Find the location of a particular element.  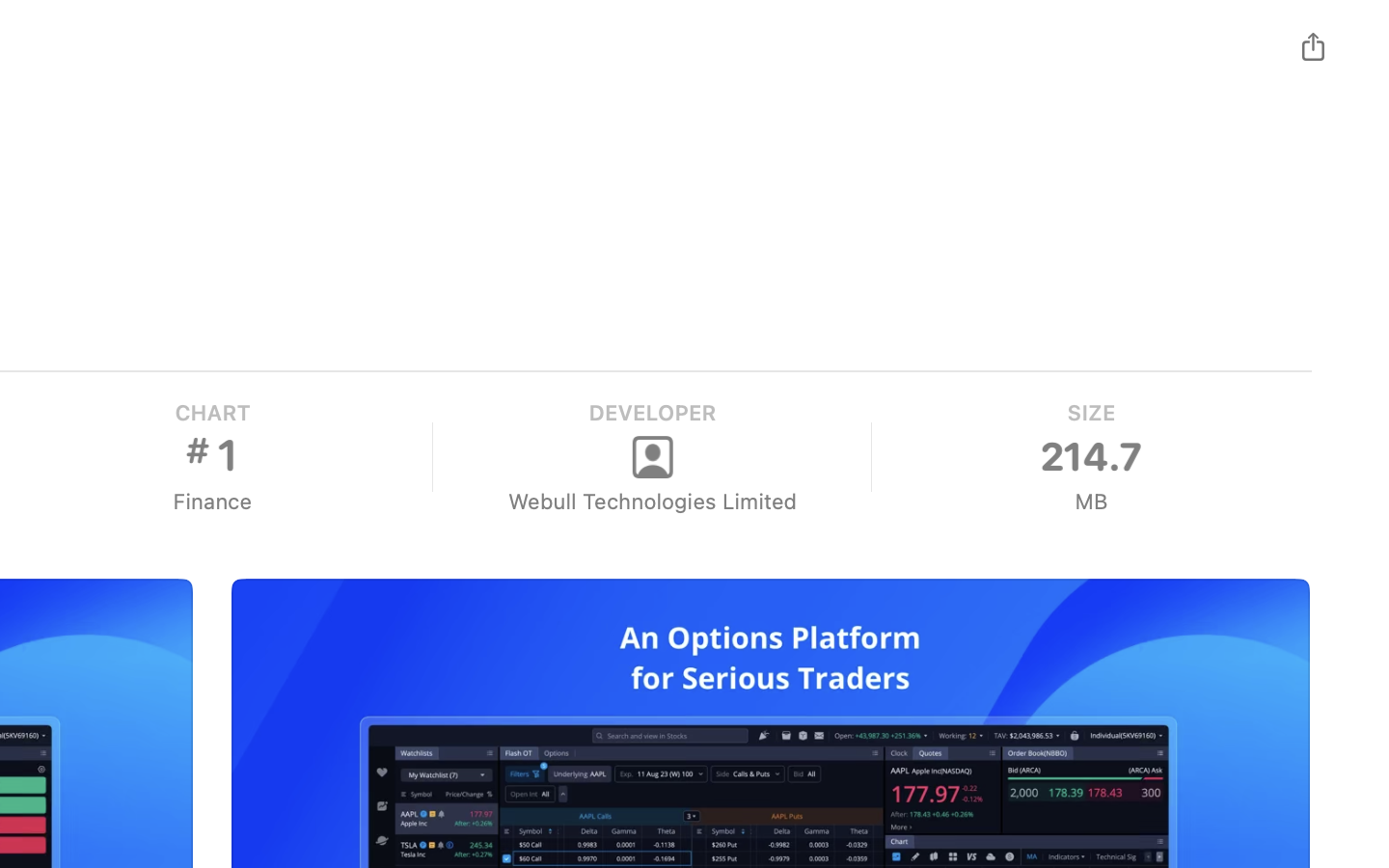

'Webull Technologies Limited, DEVELOPER, selfie' is located at coordinates (651, 456).